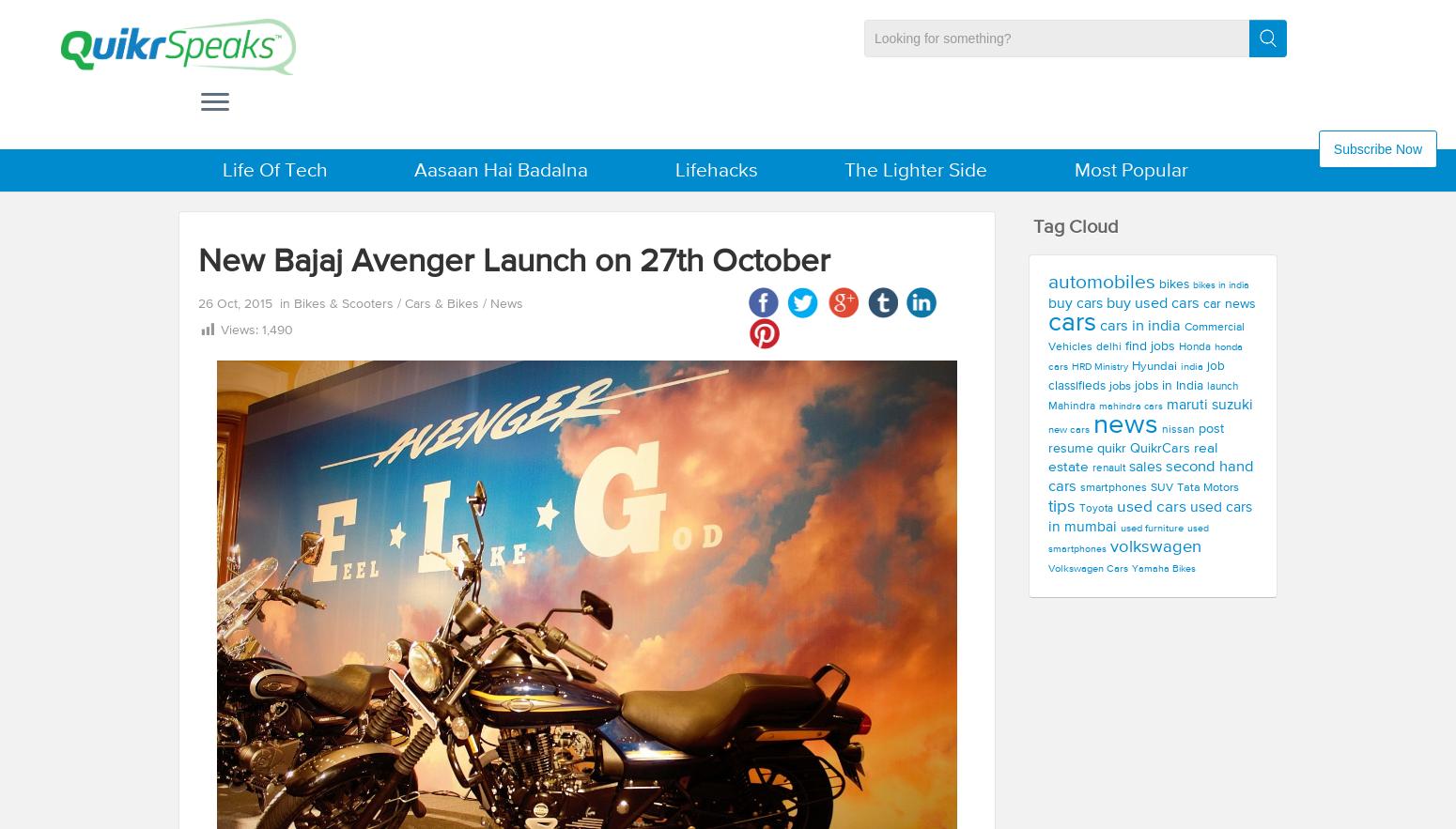  I want to click on 'buy used cars', so click(1153, 302).